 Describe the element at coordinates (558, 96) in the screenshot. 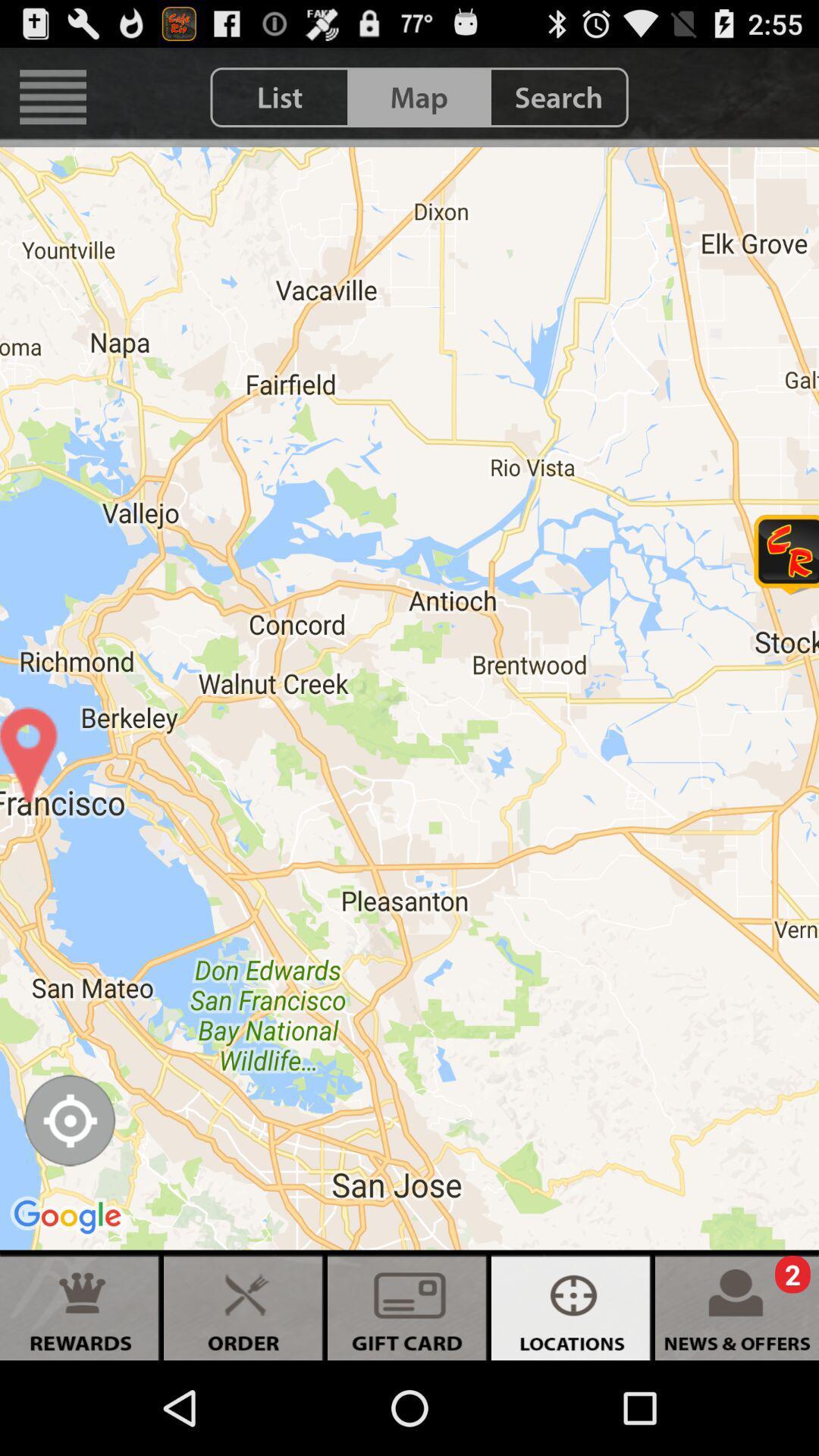

I see `search item` at that location.